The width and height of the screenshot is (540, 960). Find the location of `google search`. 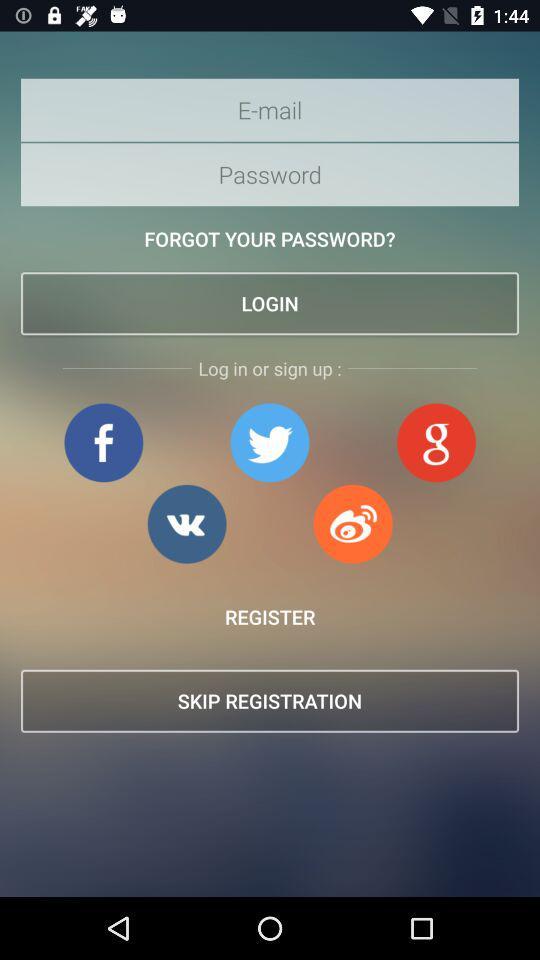

google search is located at coordinates (435, 442).